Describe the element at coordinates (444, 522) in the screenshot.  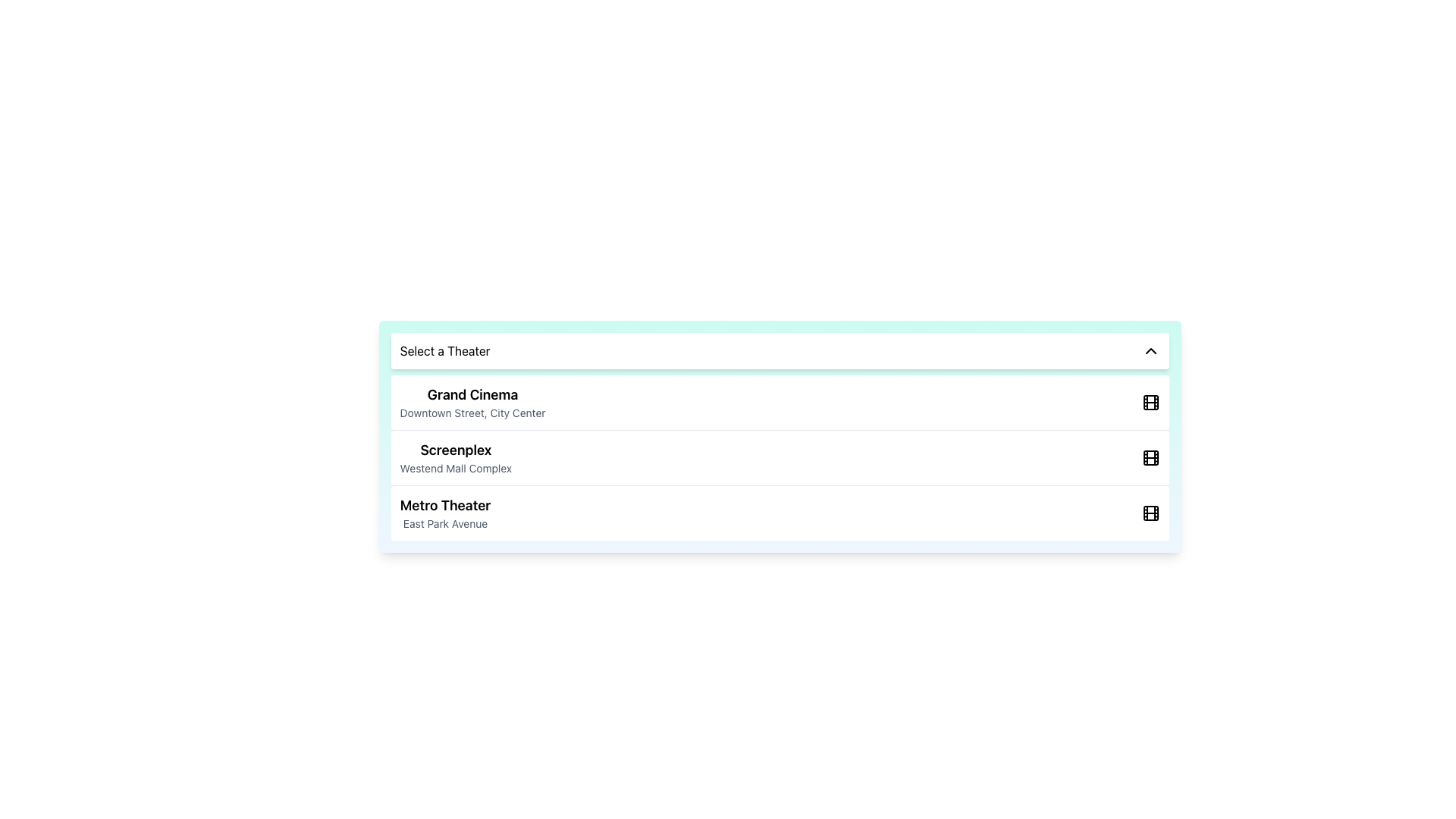
I see `descriptive text located directly below the main title 'Metro Theater' in the list item` at that location.